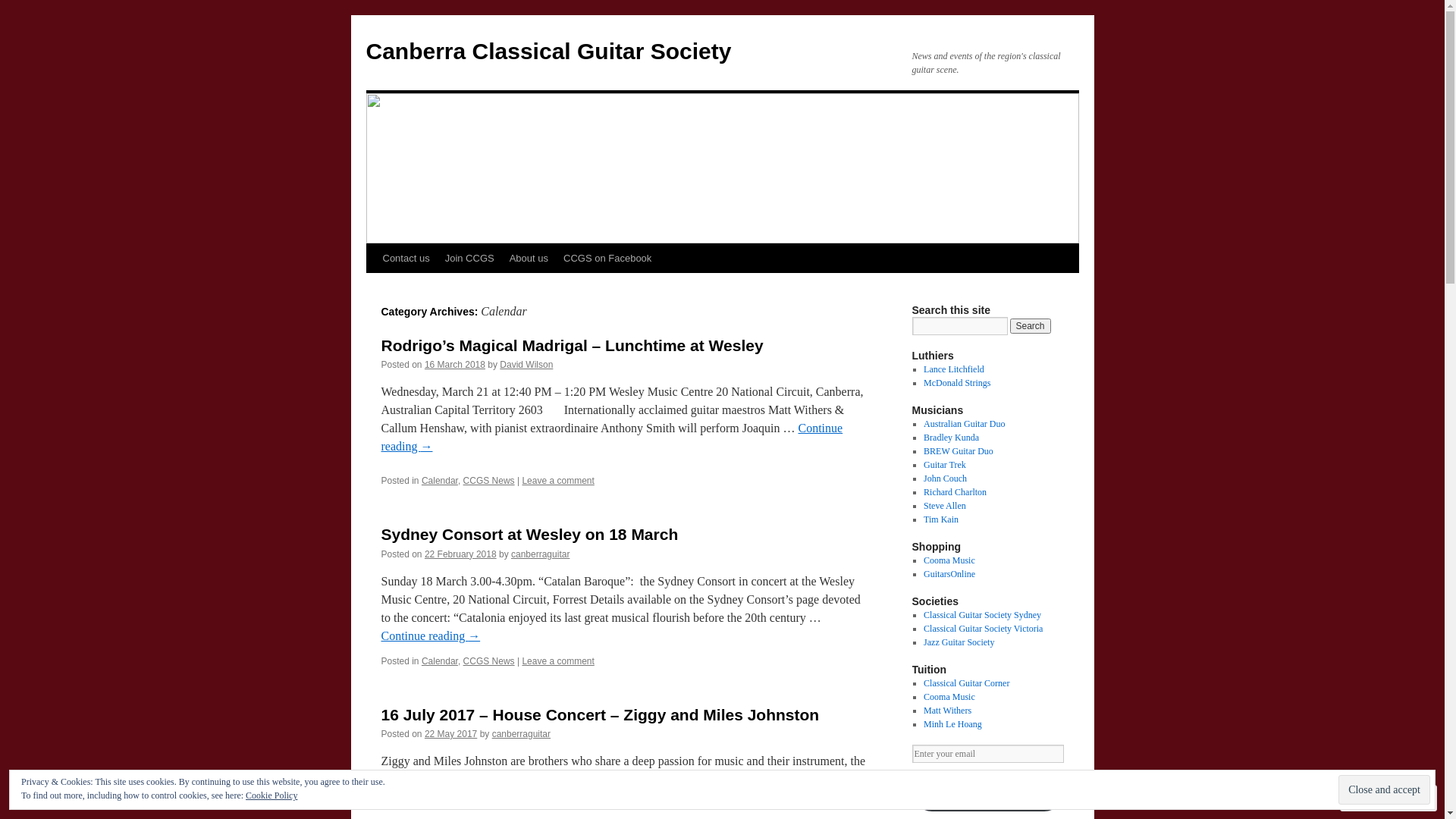 The width and height of the screenshot is (1456, 819). What do you see at coordinates (949, 573) in the screenshot?
I see `'GuitarsOnline'` at bounding box center [949, 573].